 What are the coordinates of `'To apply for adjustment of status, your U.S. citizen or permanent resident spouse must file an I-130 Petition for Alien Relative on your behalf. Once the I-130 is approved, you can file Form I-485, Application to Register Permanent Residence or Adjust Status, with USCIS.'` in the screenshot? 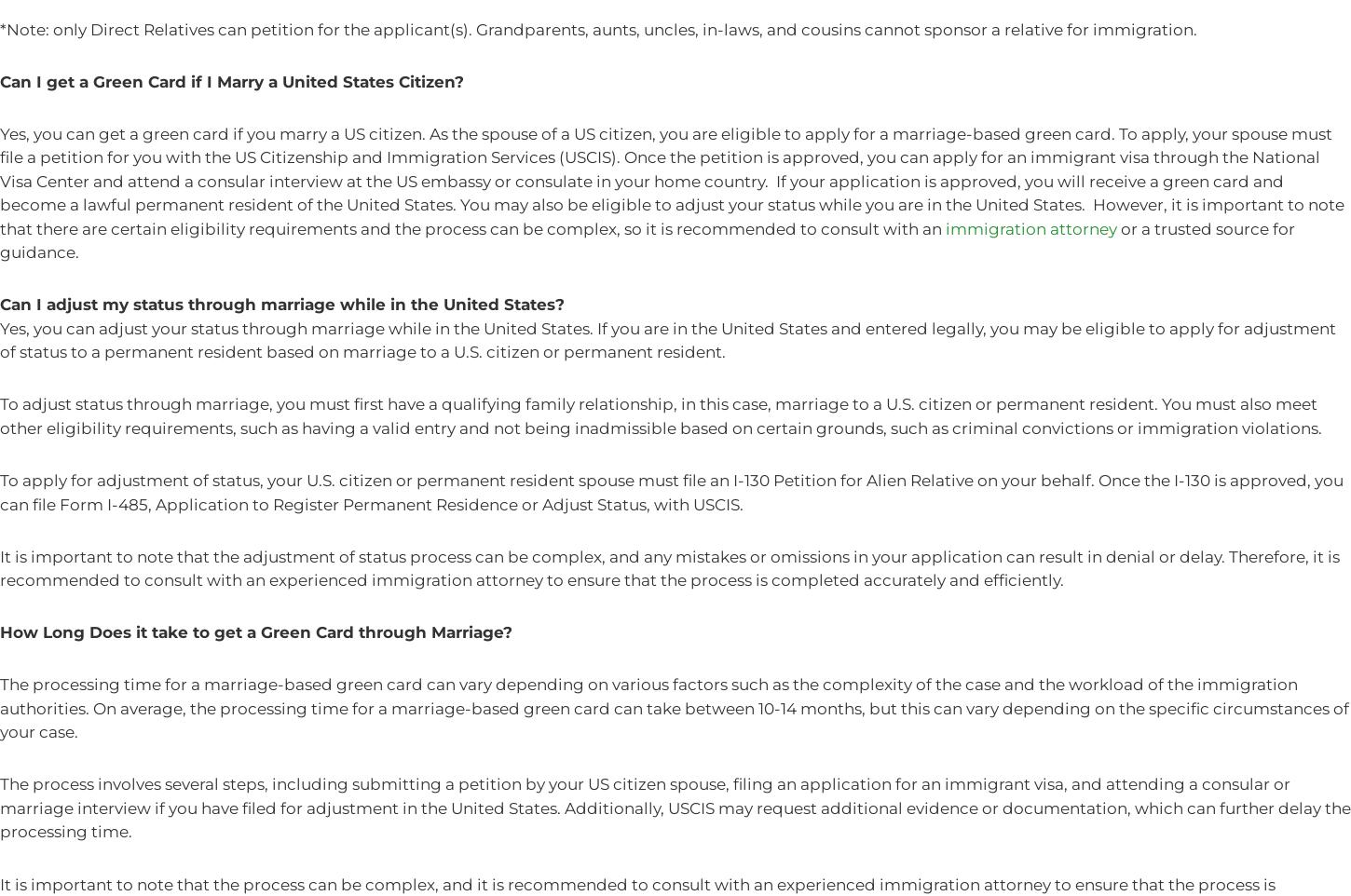 It's located at (670, 491).